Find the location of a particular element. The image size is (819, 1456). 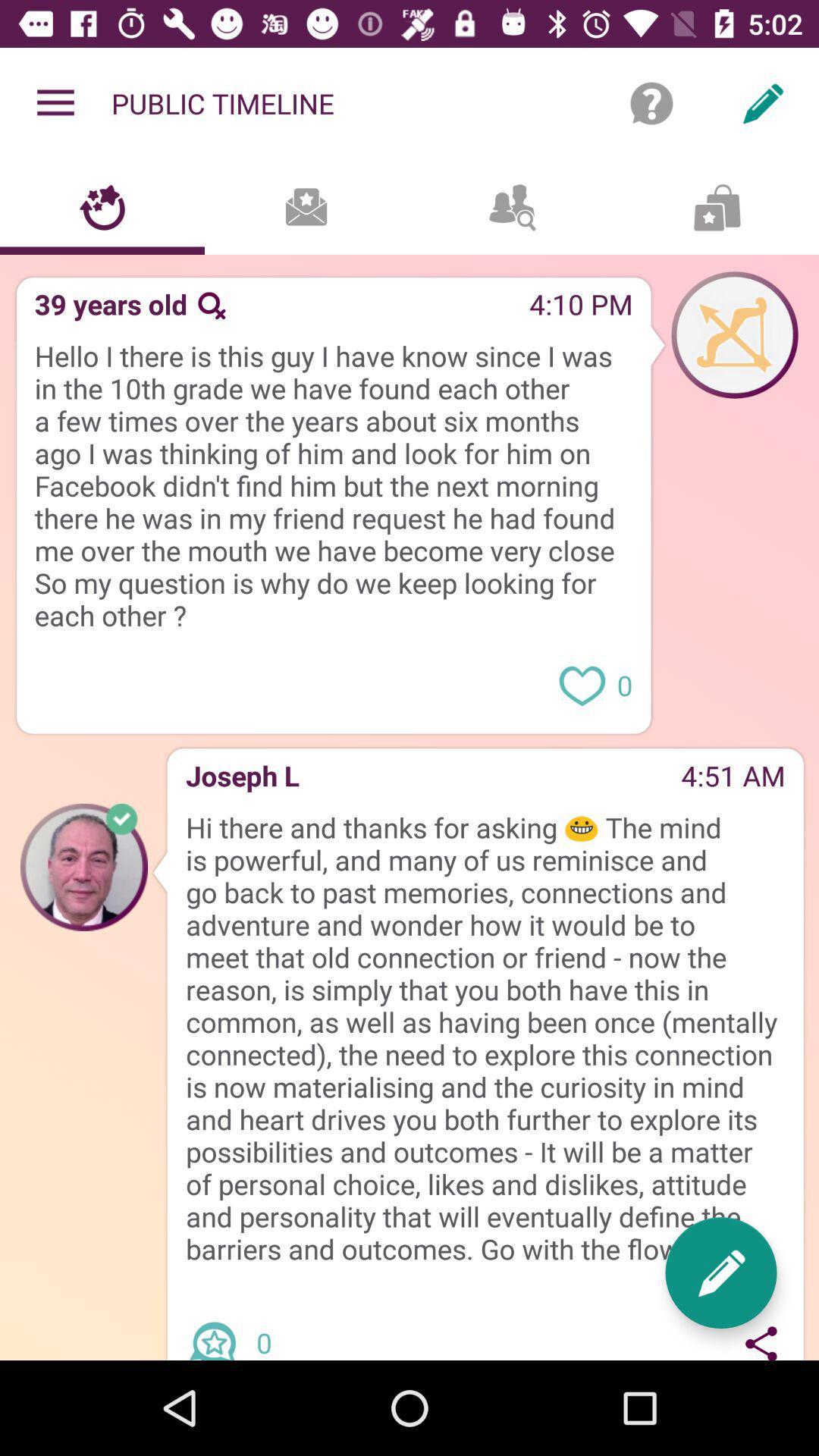

author of the comment is located at coordinates (84, 867).